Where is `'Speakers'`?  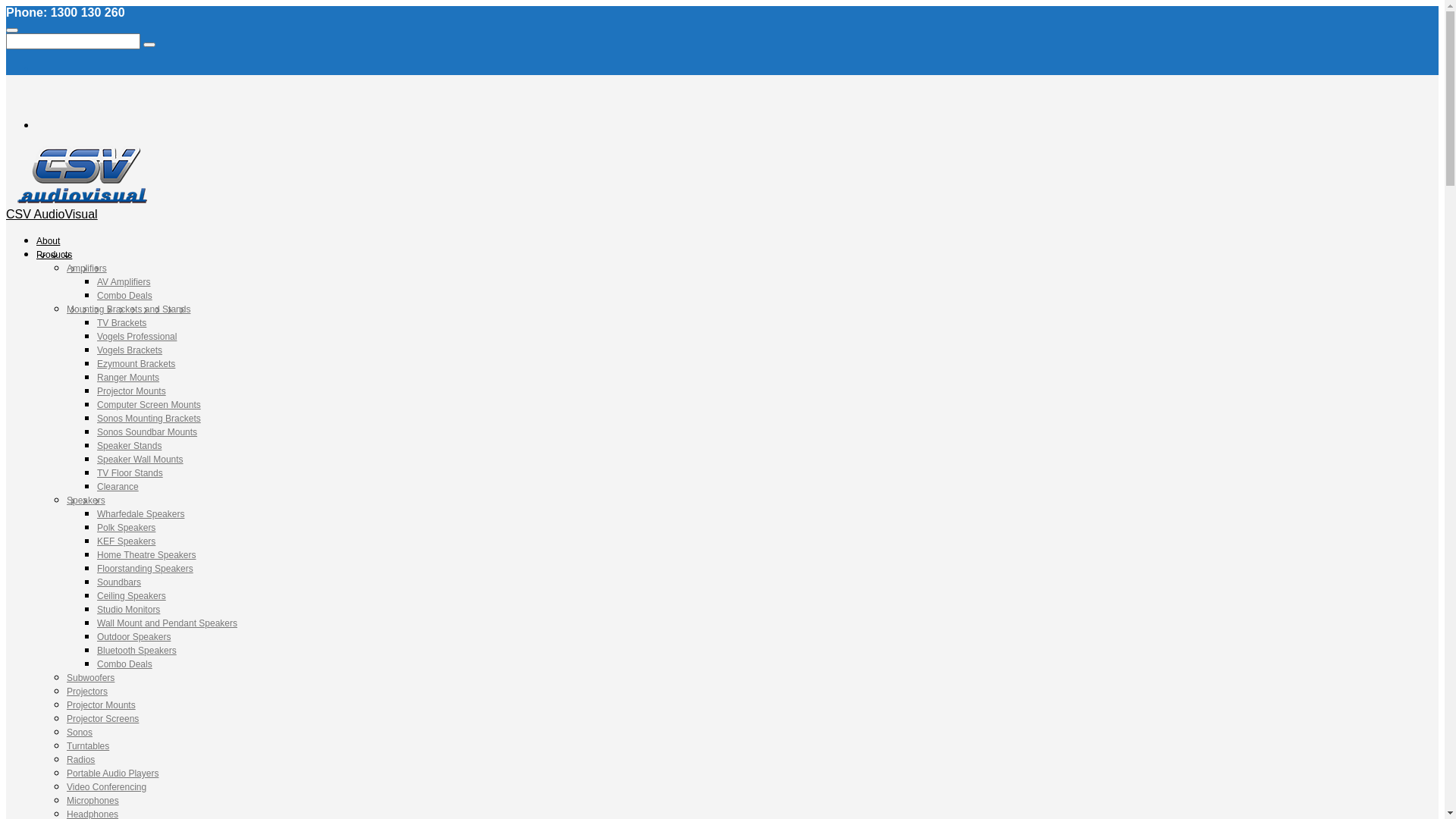 'Speakers' is located at coordinates (85, 500).